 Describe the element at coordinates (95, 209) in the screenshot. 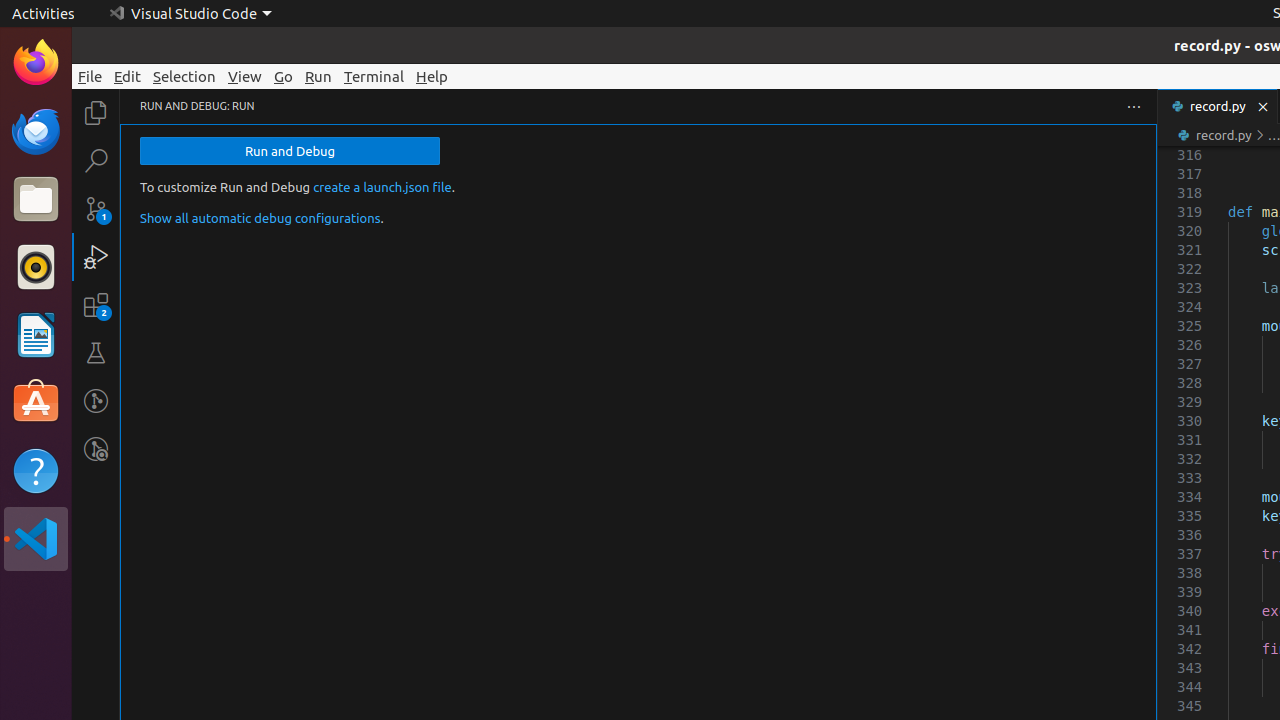

I see `'Source Control (Ctrl+Shift+G G) - 1 pending changes Source Control (Ctrl+Shift+G G) - 1 pending changes'` at that location.